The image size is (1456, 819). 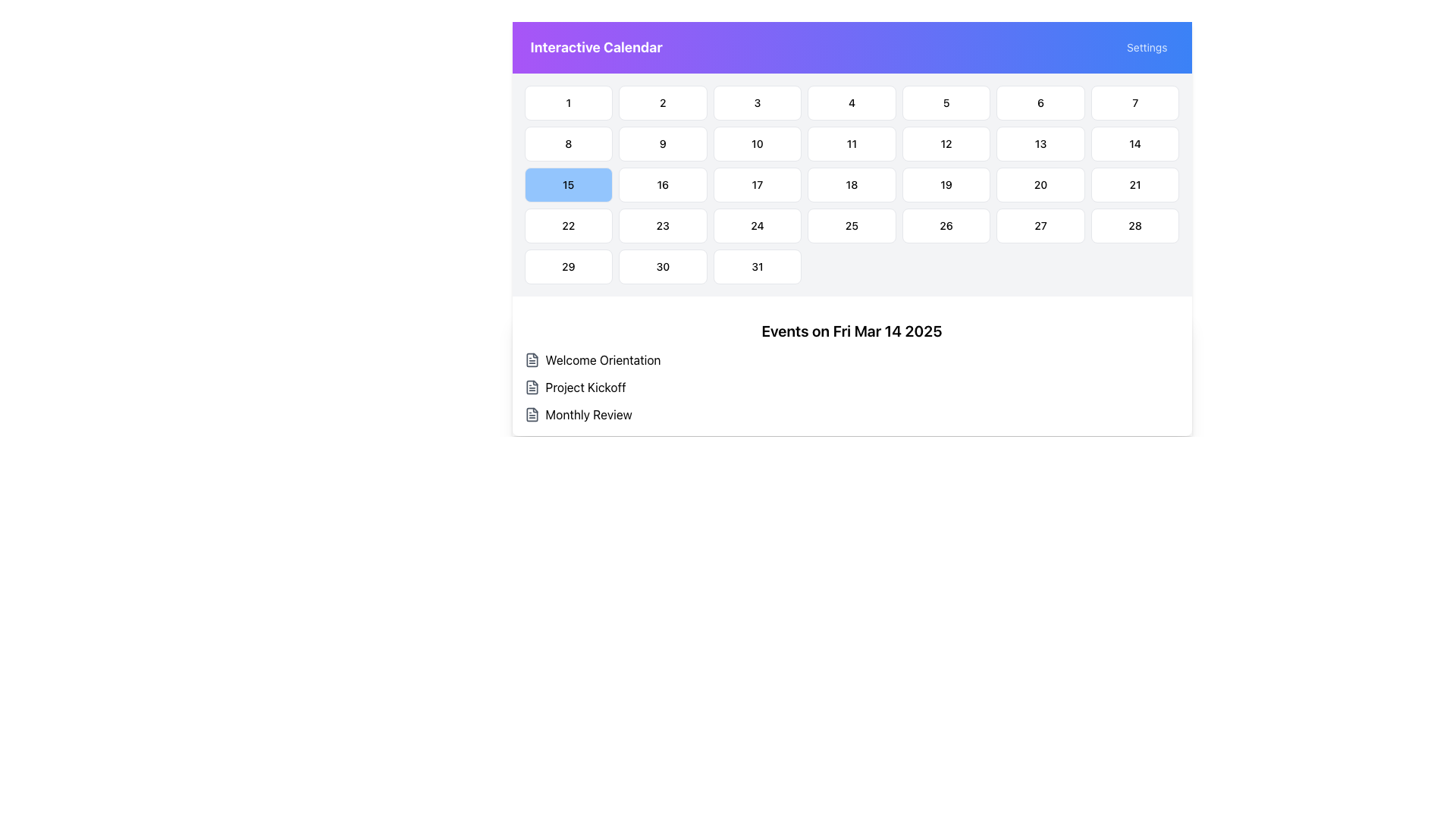 I want to click on the date number text label in the last box of the fifth row of the Interactive Calendar grid, which is indicated by a light-colored rectangular border with rounded corners, so click(x=1135, y=225).